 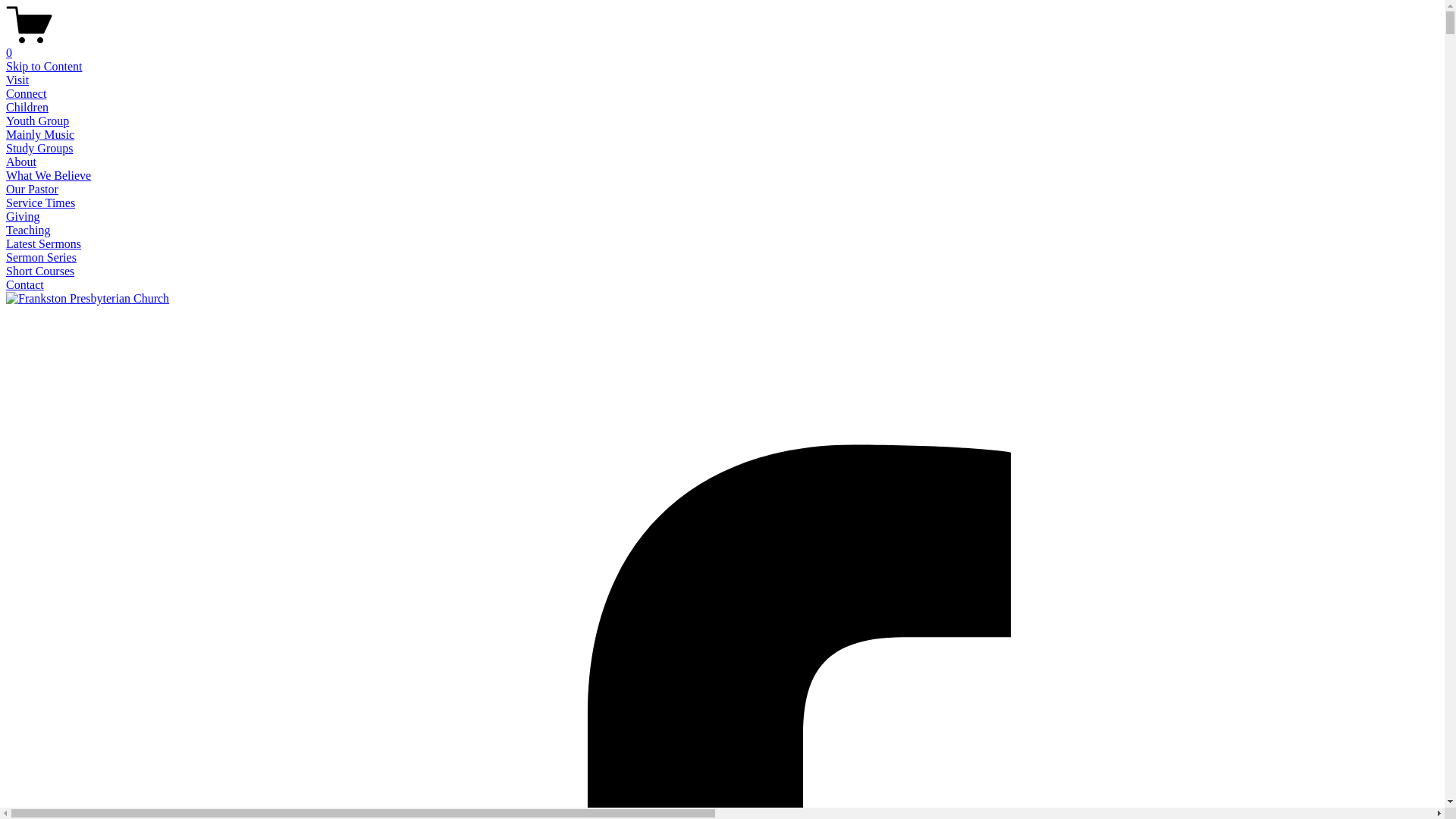 I want to click on 'Our Pastor', so click(x=32, y=188).